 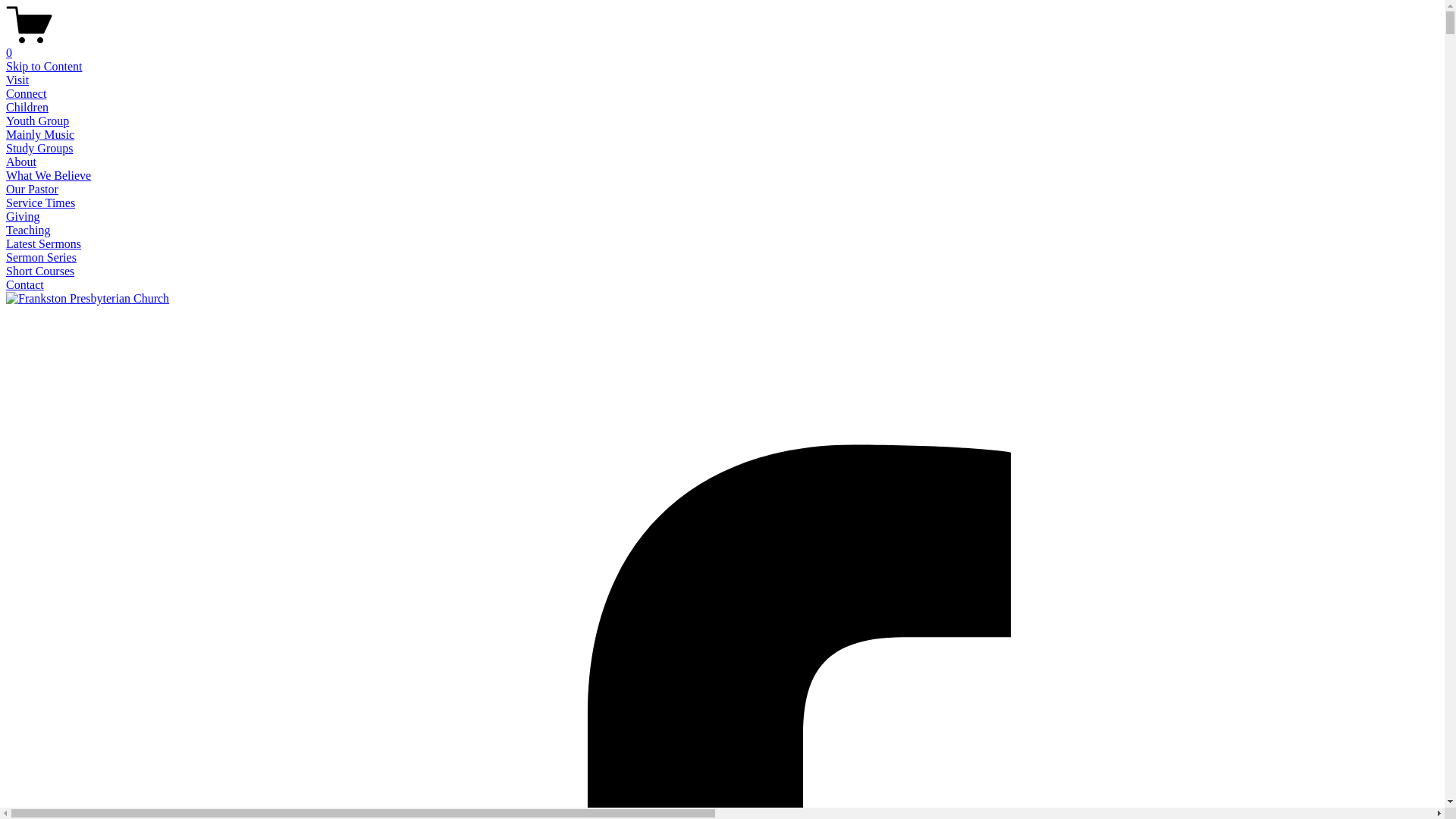 I want to click on 'Our Pastor', so click(x=32, y=188).